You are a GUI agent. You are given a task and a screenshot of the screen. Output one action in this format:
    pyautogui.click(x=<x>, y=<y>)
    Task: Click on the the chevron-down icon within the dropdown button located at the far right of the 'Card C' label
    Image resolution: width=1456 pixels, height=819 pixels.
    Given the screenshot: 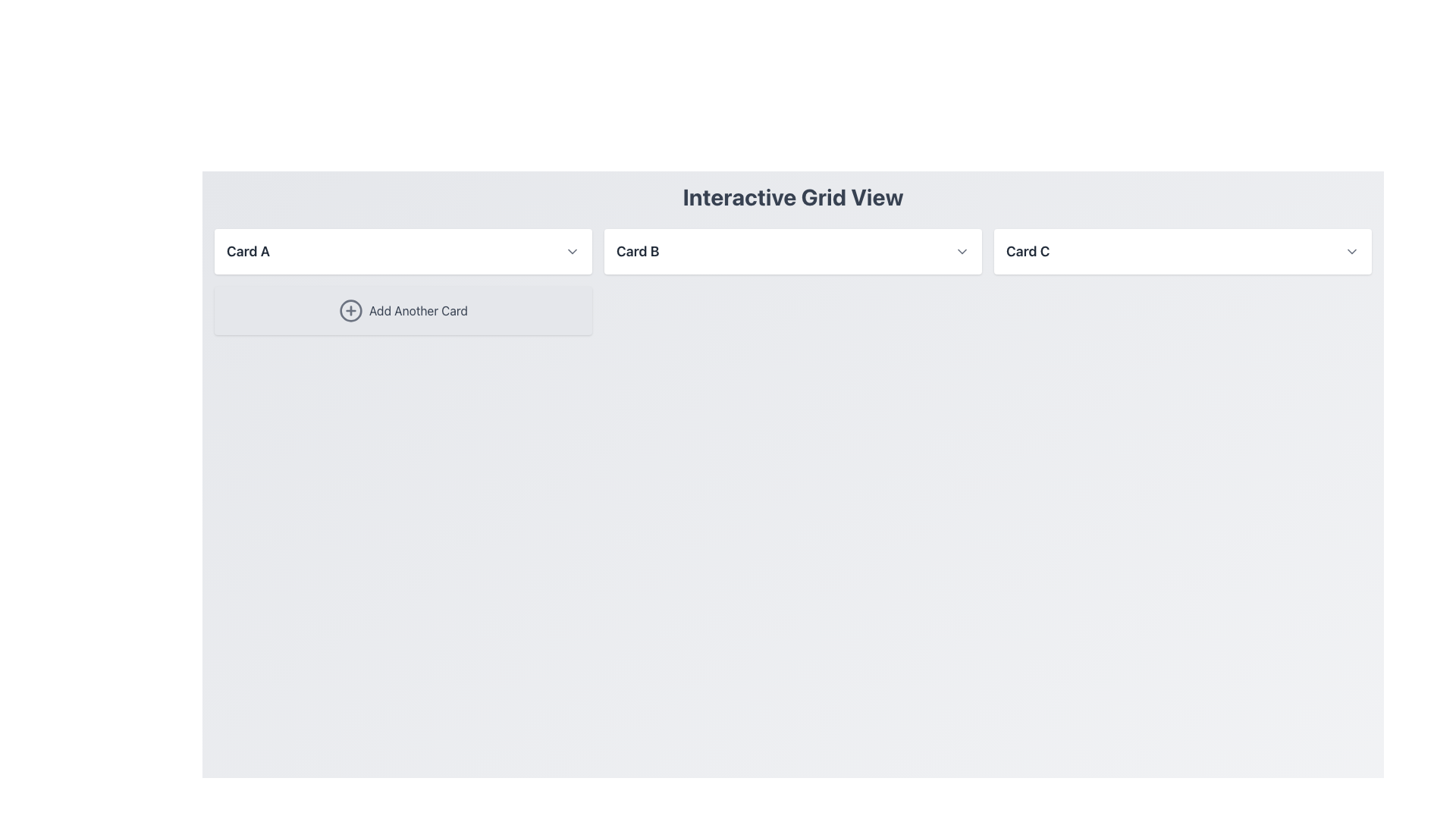 What is the action you would take?
    pyautogui.click(x=1351, y=250)
    